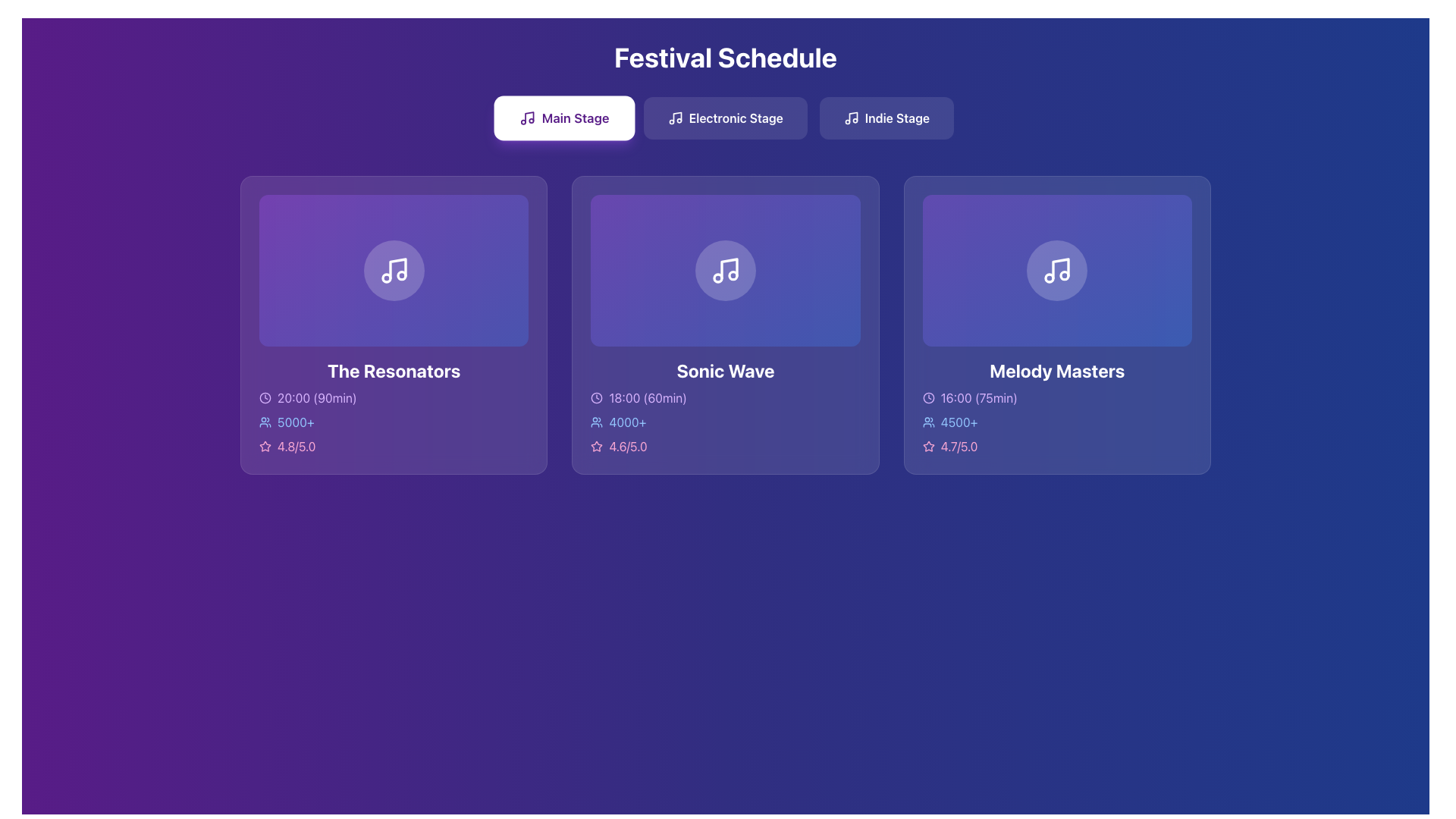 This screenshot has width=1456, height=819. I want to click on text label displaying 'Indie Stage' which is styled with capitalization and presented in a white font against a bluish background, located at the top right section of the interface, so click(897, 117).